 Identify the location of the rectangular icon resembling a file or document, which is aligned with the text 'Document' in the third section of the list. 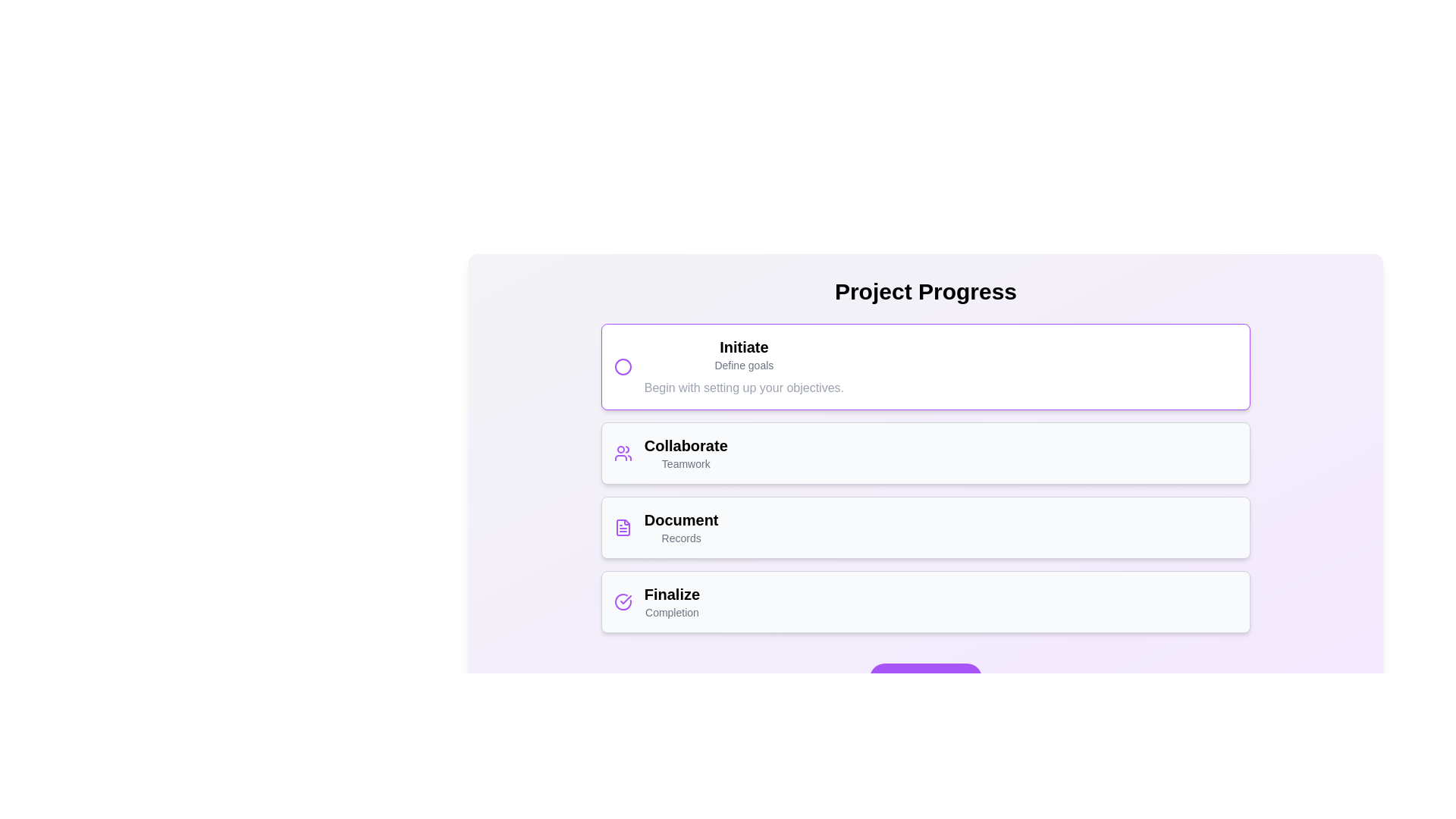
(623, 526).